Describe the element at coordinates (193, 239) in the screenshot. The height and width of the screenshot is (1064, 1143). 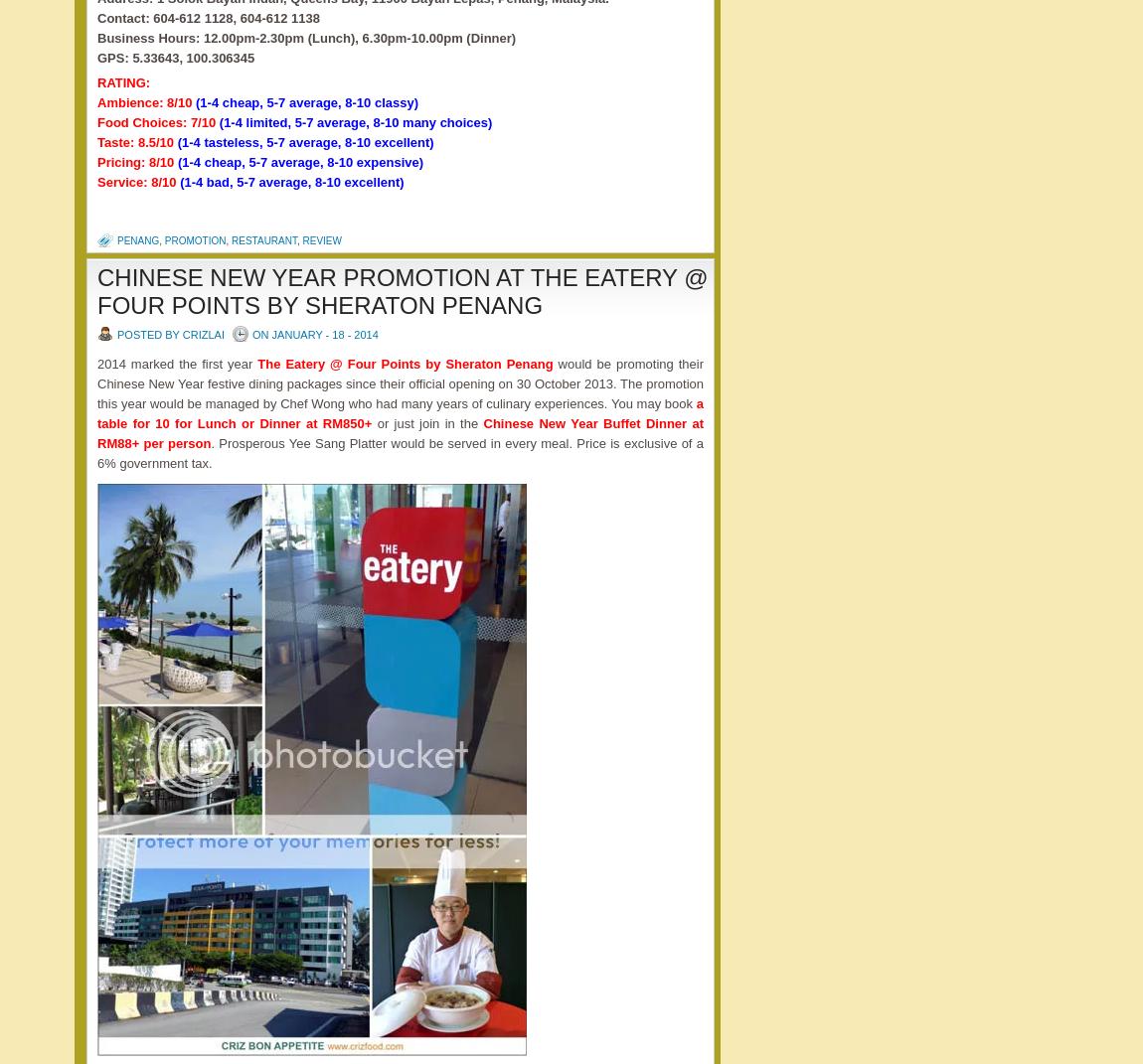
I see `'promotion'` at that location.